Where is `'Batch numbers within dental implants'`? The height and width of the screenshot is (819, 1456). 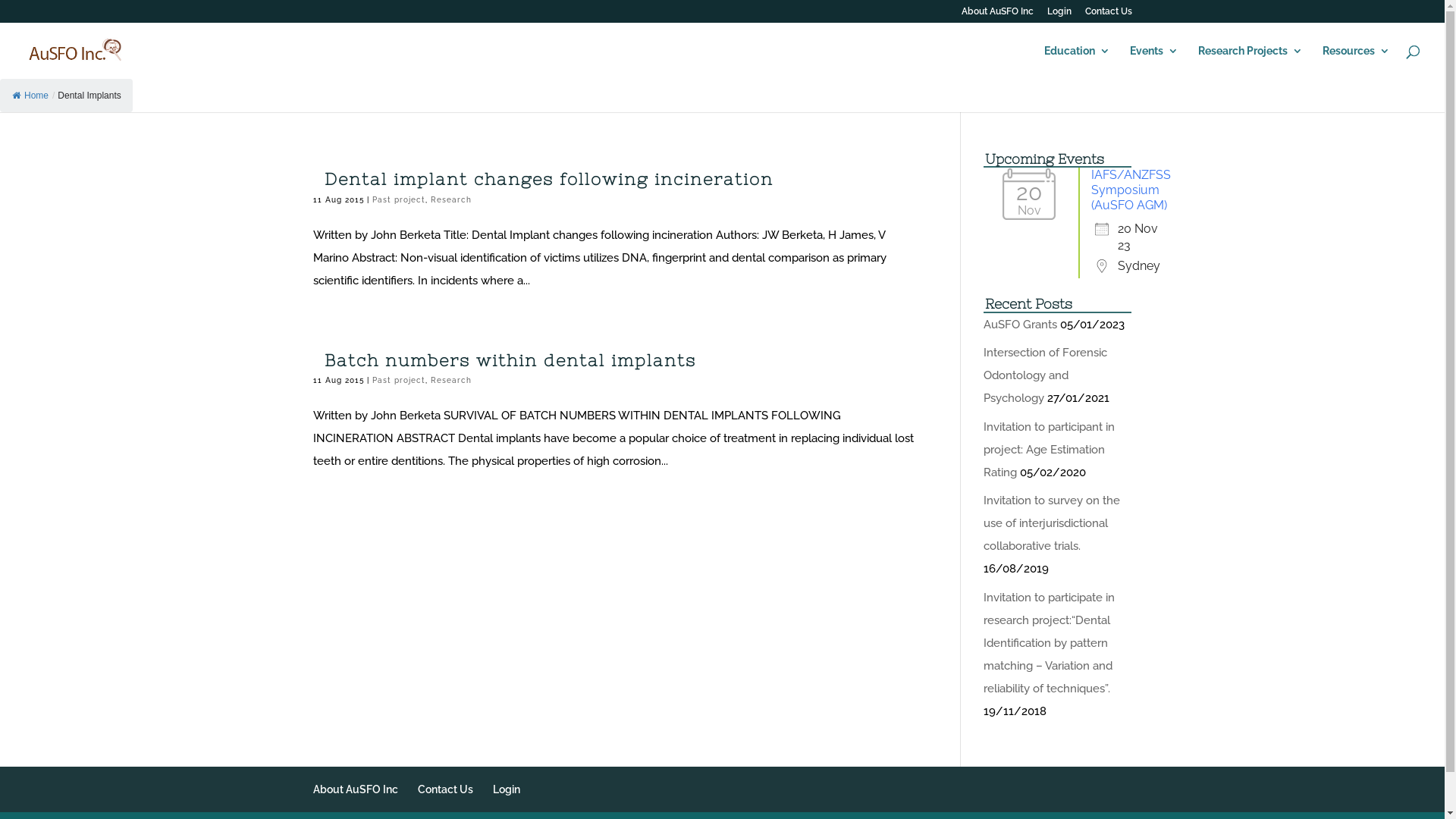 'Batch numbers within dental implants' is located at coordinates (510, 359).